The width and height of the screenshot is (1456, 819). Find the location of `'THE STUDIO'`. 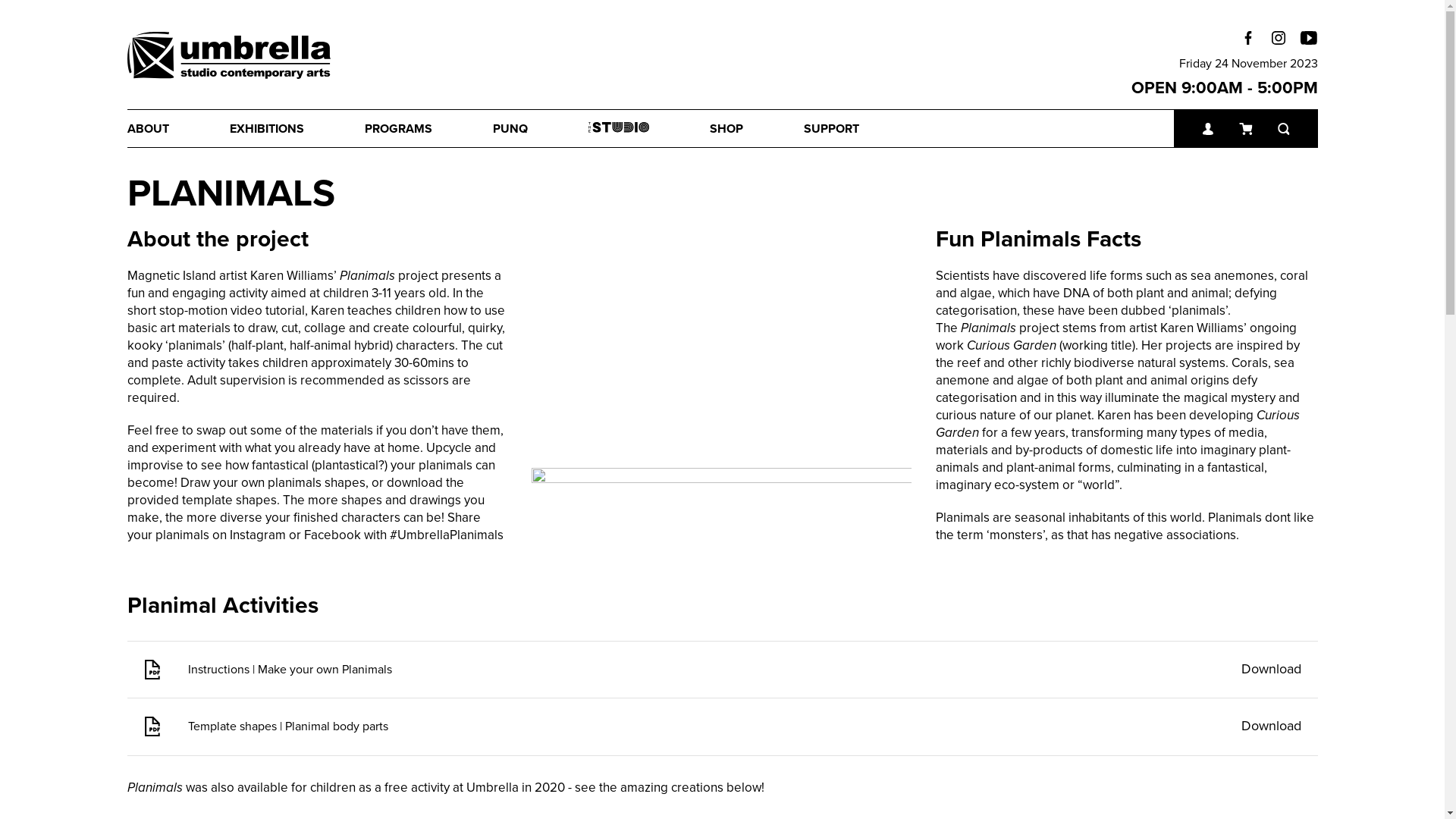

'THE STUDIO' is located at coordinates (648, 127).